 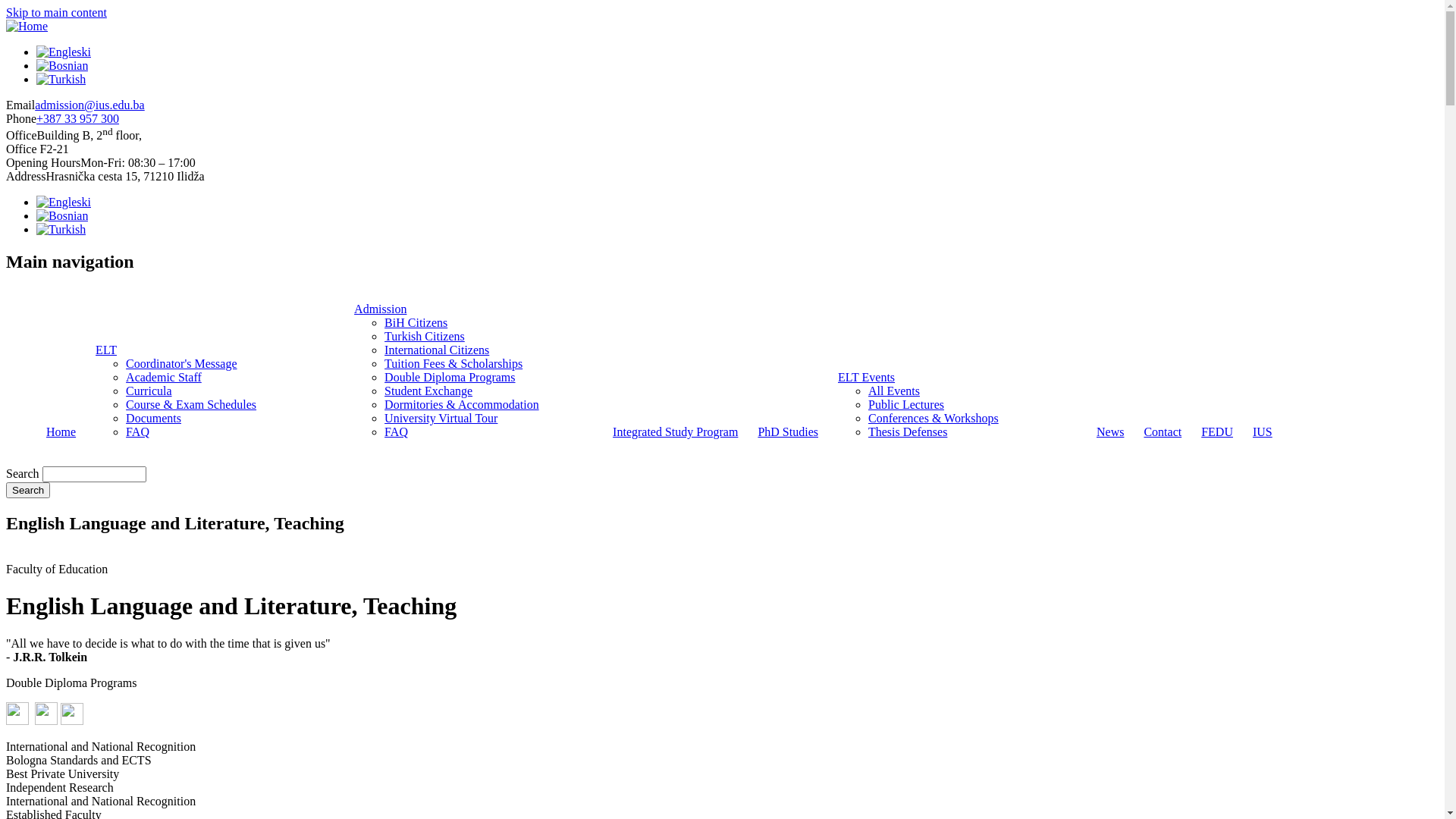 What do you see at coordinates (61, 230) in the screenshot?
I see `'Turkish'` at bounding box center [61, 230].